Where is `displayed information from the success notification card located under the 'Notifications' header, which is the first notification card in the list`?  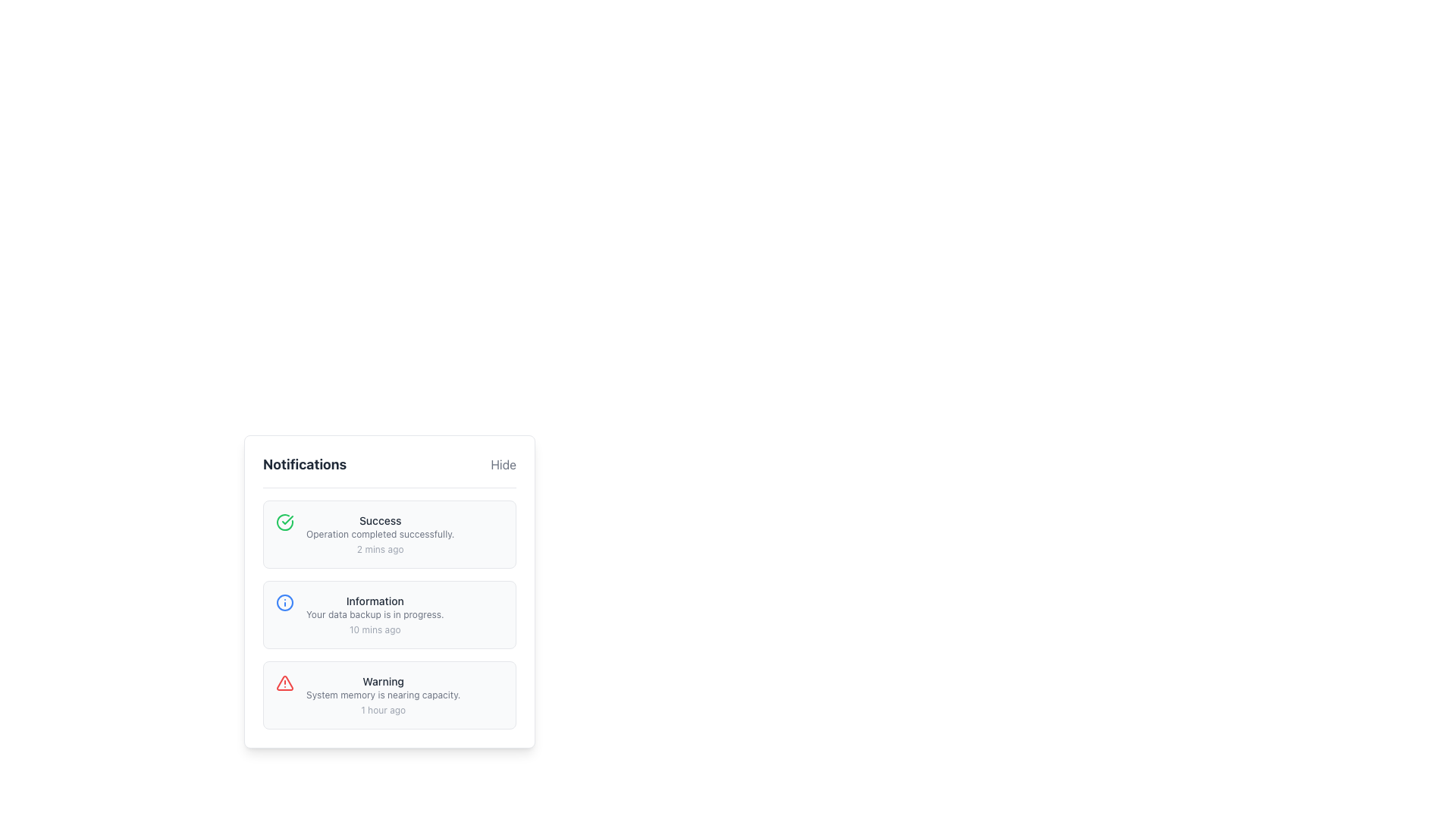 displayed information from the success notification card located under the 'Notifications' header, which is the first notification card in the list is located at coordinates (389, 534).